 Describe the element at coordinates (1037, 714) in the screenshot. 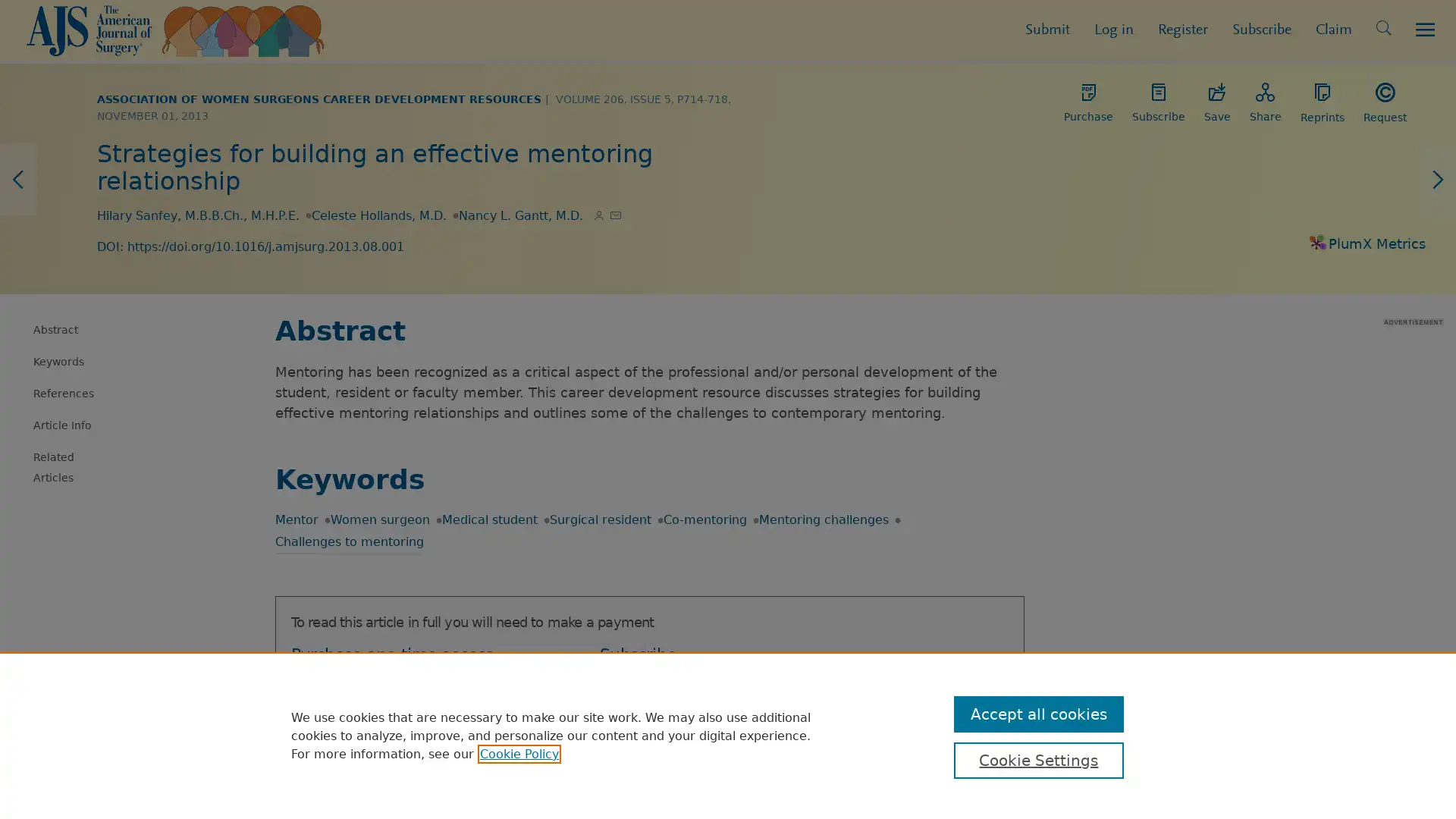

I see `Accept all cookies` at that location.